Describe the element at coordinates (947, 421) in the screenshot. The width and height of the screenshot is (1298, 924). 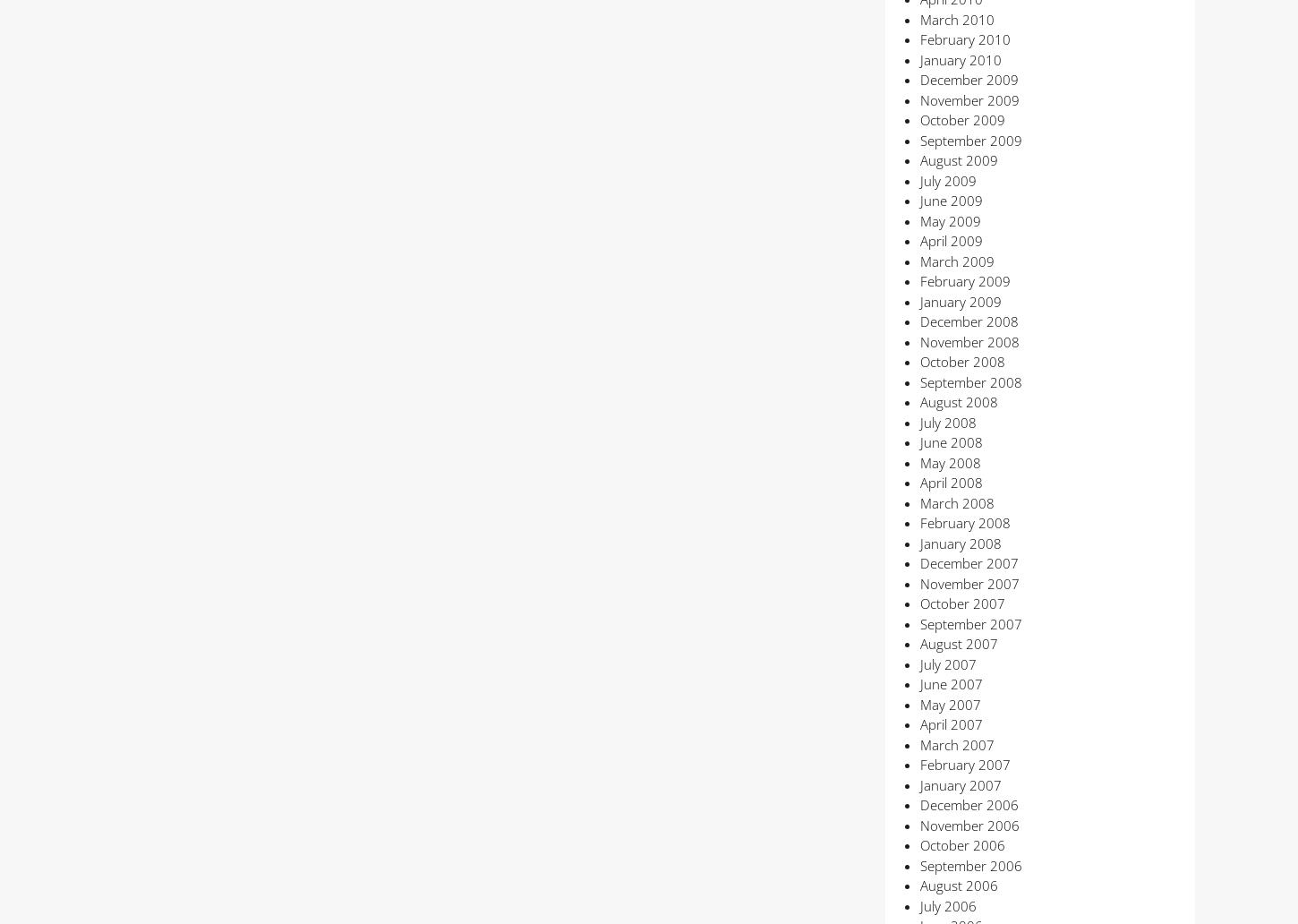
I see `'July 2008'` at that location.